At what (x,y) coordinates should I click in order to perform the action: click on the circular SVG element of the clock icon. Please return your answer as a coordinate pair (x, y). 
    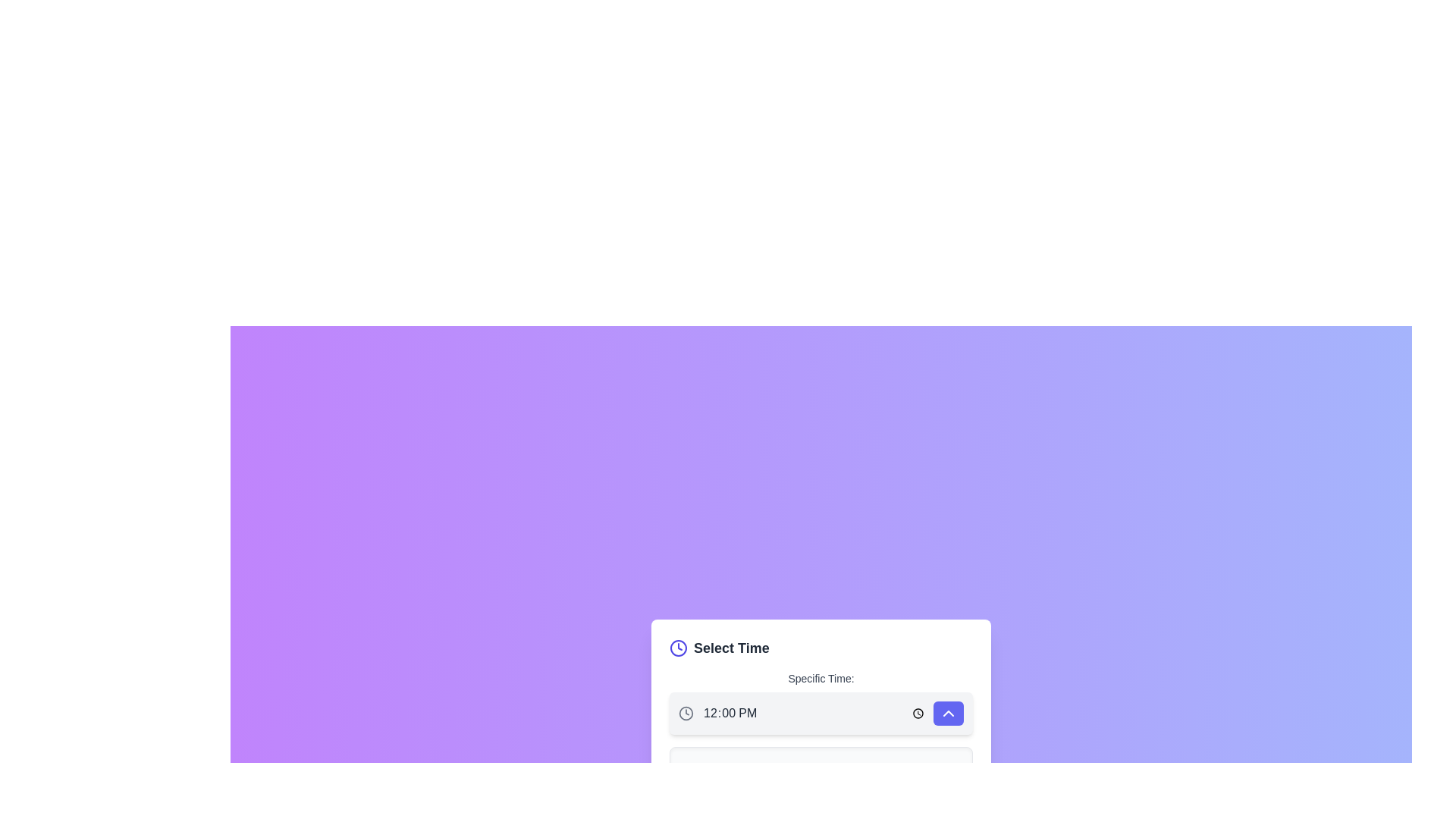
    Looking at the image, I should click on (677, 648).